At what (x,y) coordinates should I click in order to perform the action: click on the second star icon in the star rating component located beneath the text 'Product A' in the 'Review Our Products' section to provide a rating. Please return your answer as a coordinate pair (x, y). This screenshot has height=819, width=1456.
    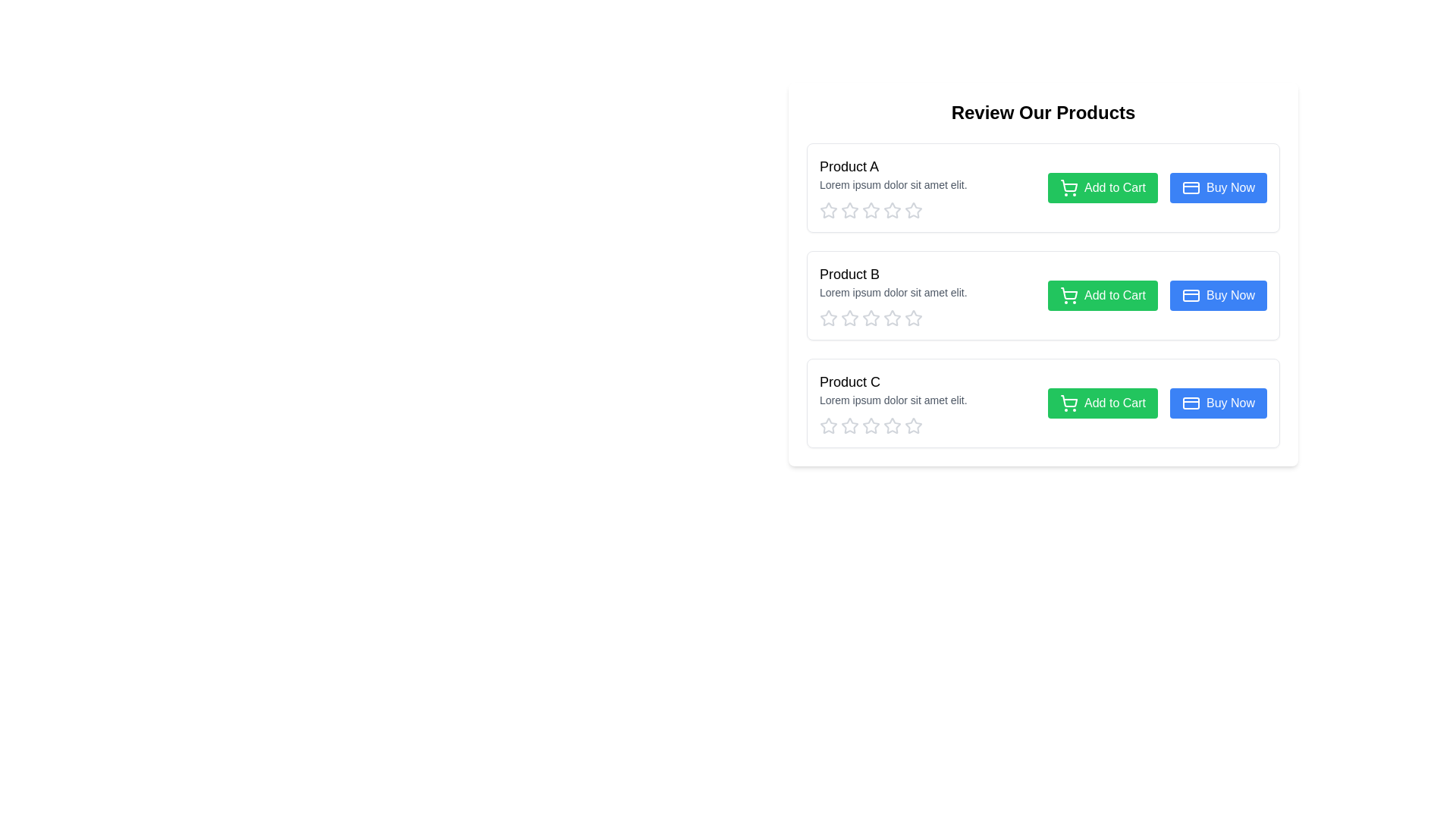
    Looking at the image, I should click on (871, 210).